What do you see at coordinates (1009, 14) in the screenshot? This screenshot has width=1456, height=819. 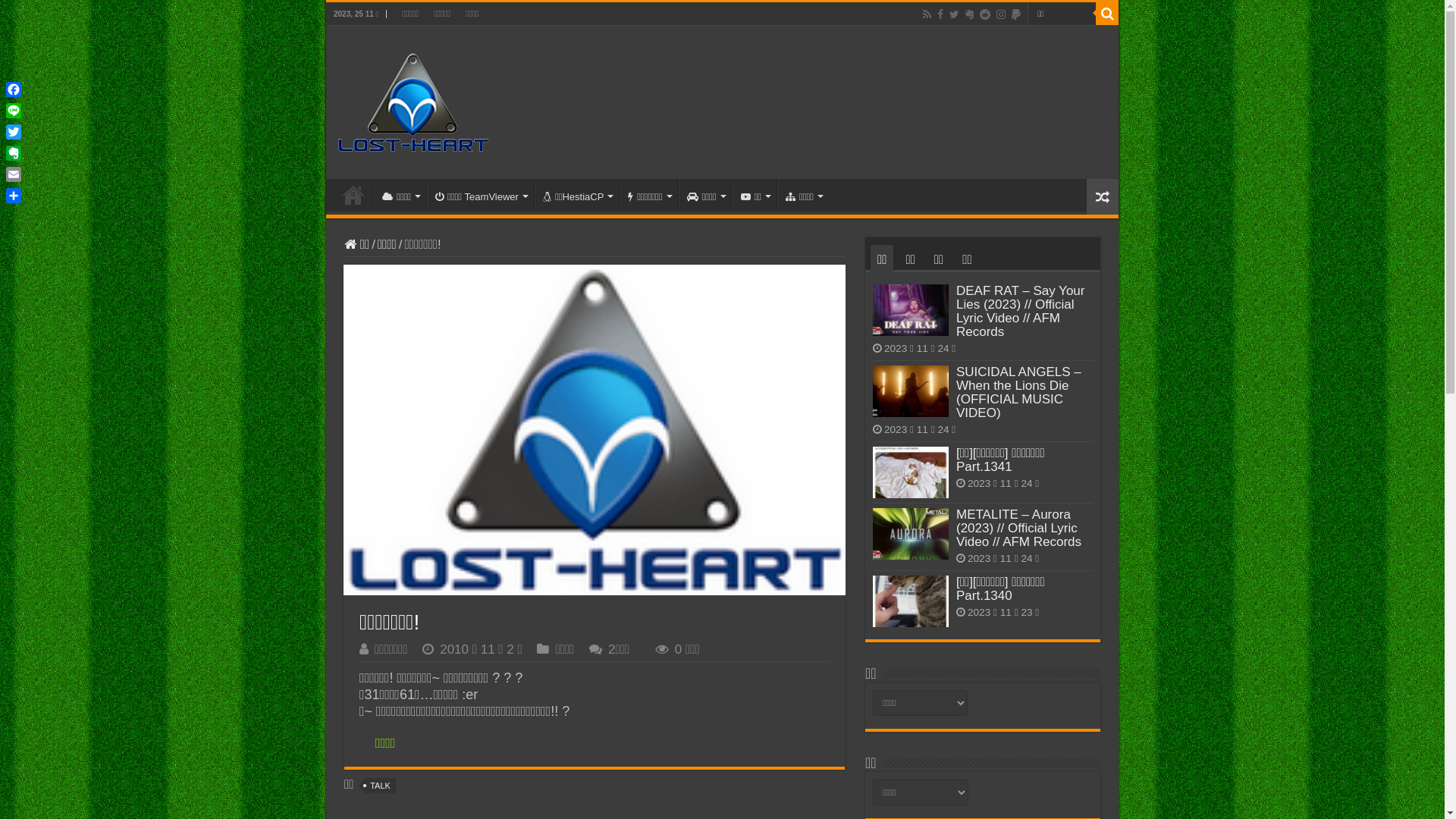 I see `'paypal'` at bounding box center [1009, 14].